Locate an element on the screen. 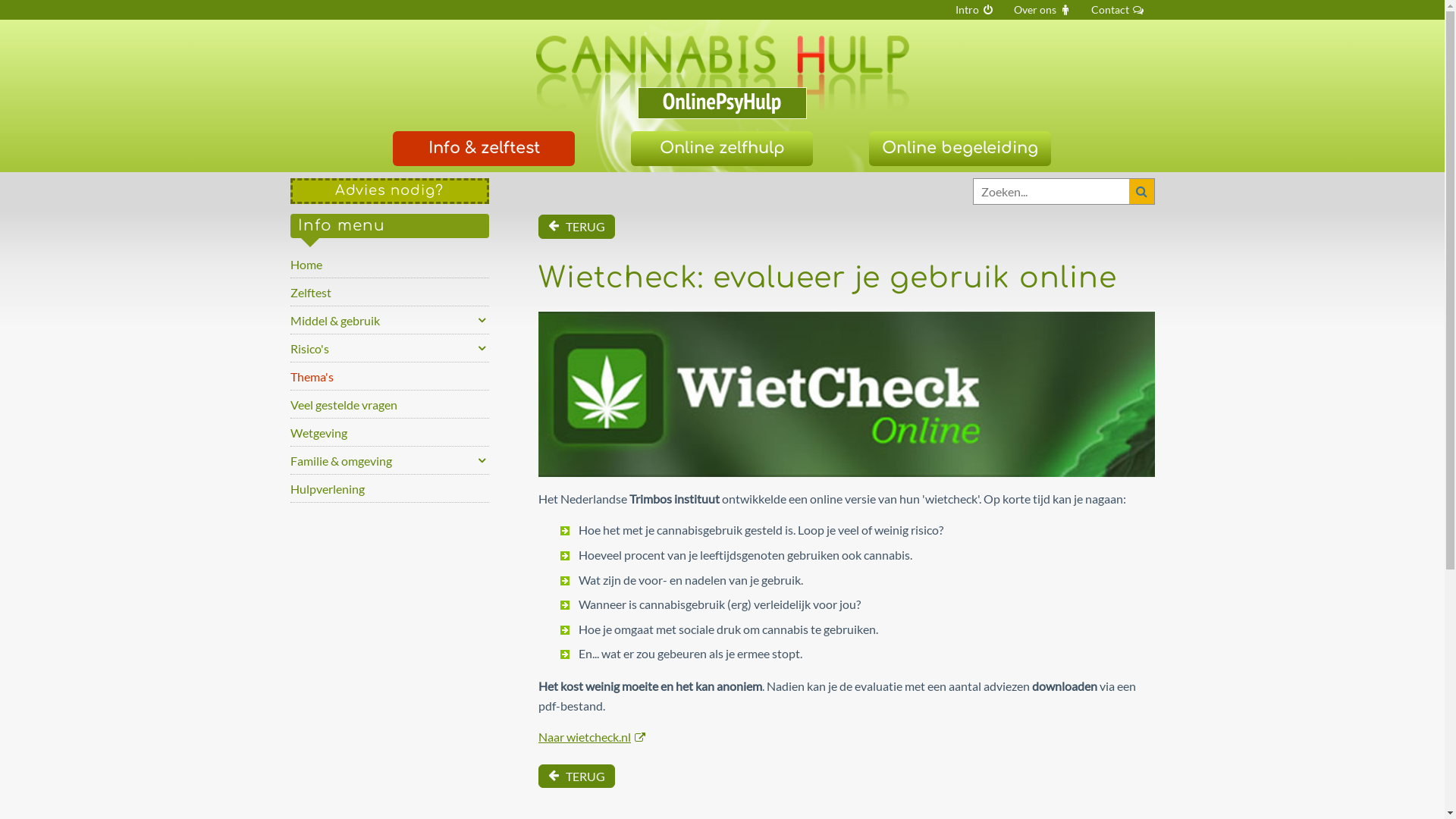  'Intro' is located at coordinates (974, 9).